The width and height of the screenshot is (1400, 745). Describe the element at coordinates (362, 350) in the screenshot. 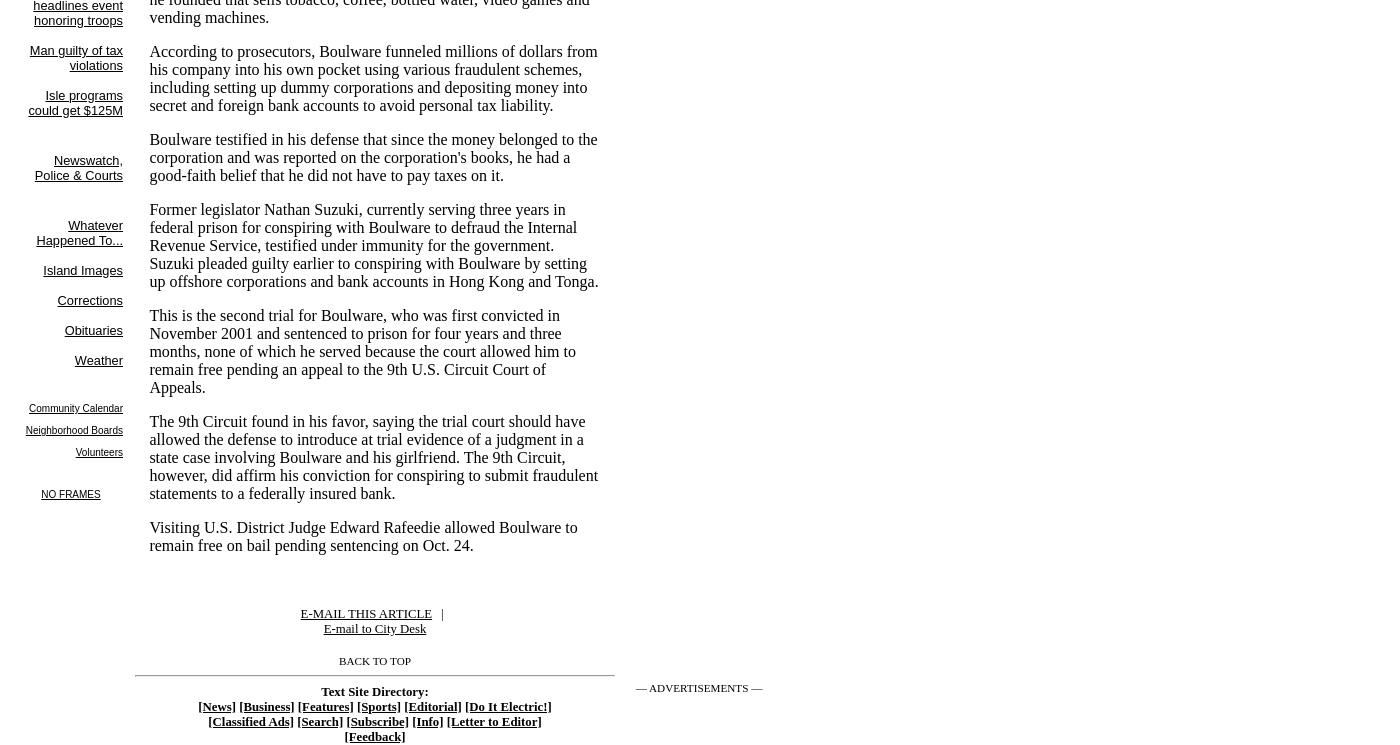

I see `'This is the second trial for Boulware, who was first convicted in November 2001 and sentenced to prison for four years and three months, none of which he served because the court allowed him to remain free pending an appeal to the 9th U.S. Circuit Court of Appeals.'` at that location.